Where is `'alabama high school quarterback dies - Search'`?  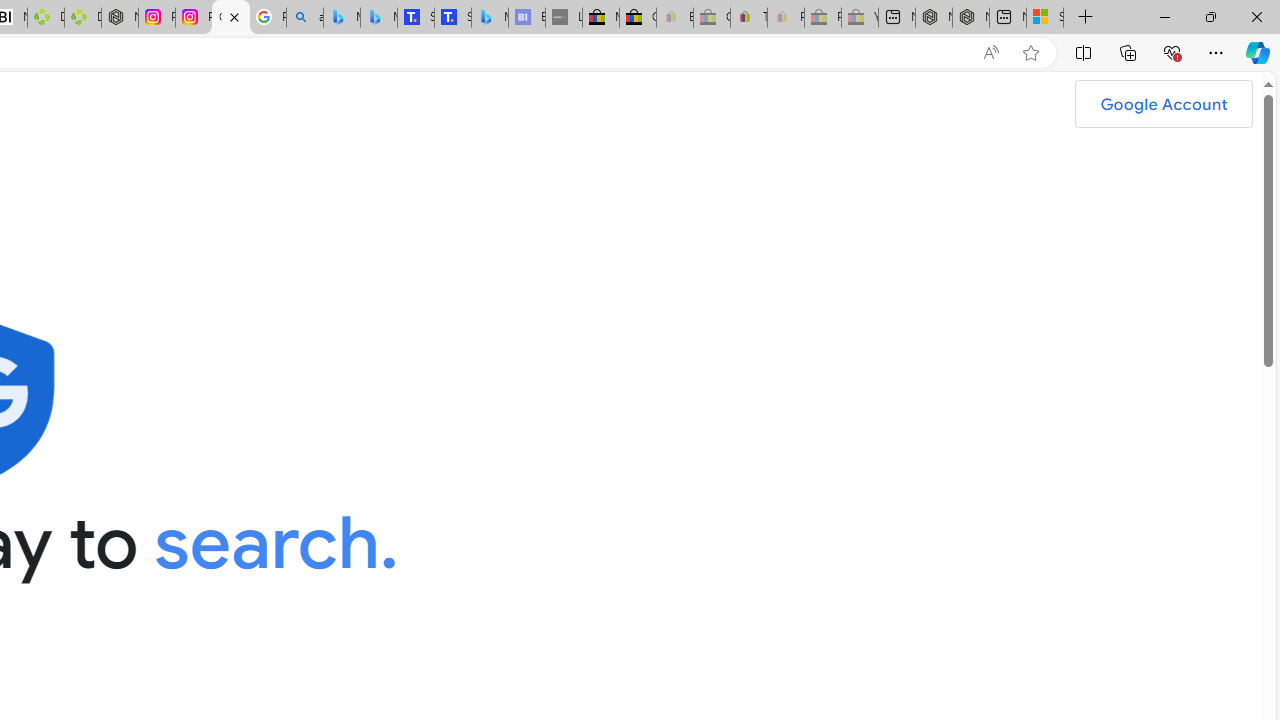
'alabama high school quarterback dies - Search' is located at coordinates (303, 17).